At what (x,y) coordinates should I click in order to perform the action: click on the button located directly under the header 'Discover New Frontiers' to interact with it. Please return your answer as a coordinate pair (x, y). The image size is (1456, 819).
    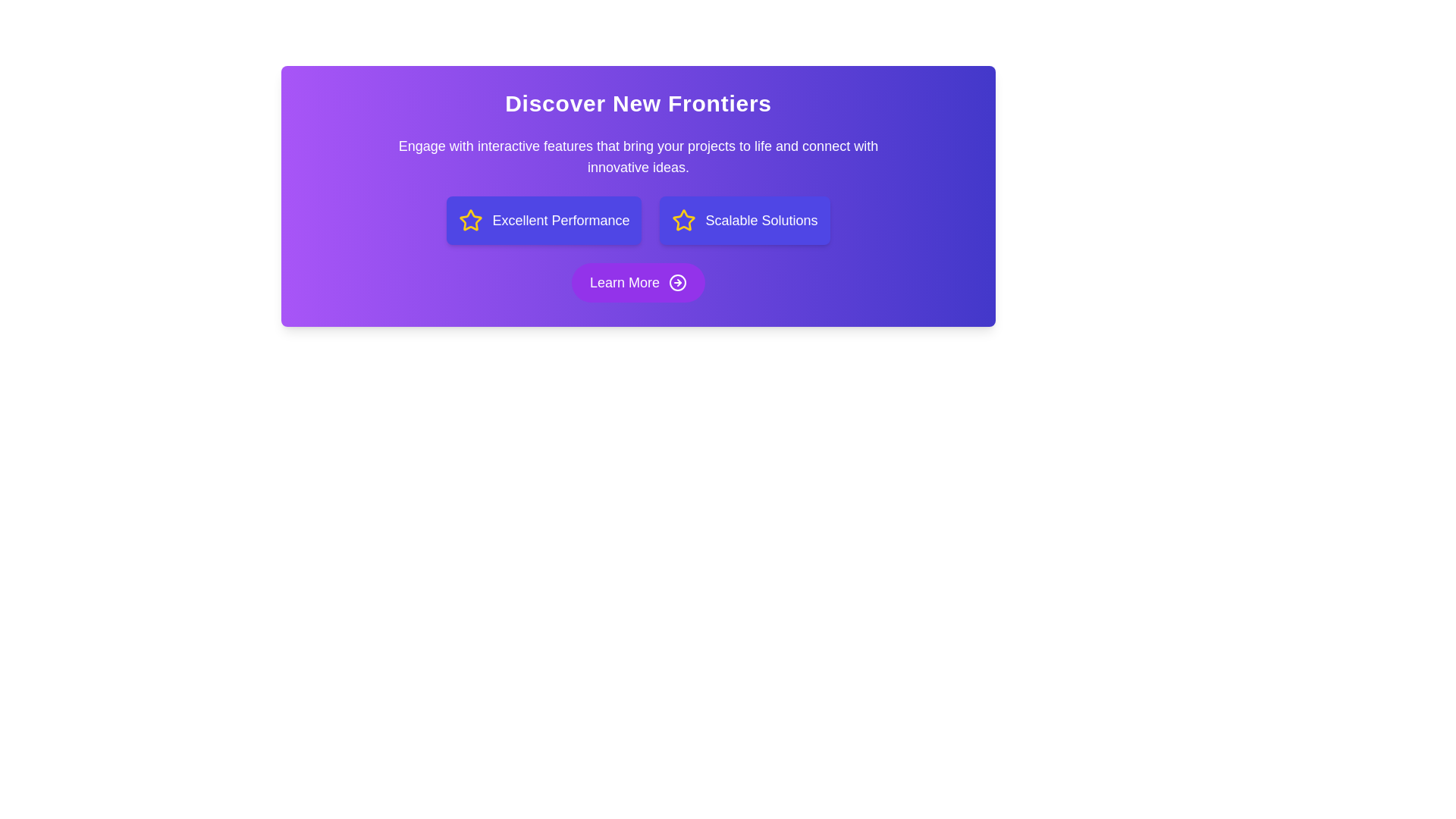
    Looking at the image, I should click on (544, 220).